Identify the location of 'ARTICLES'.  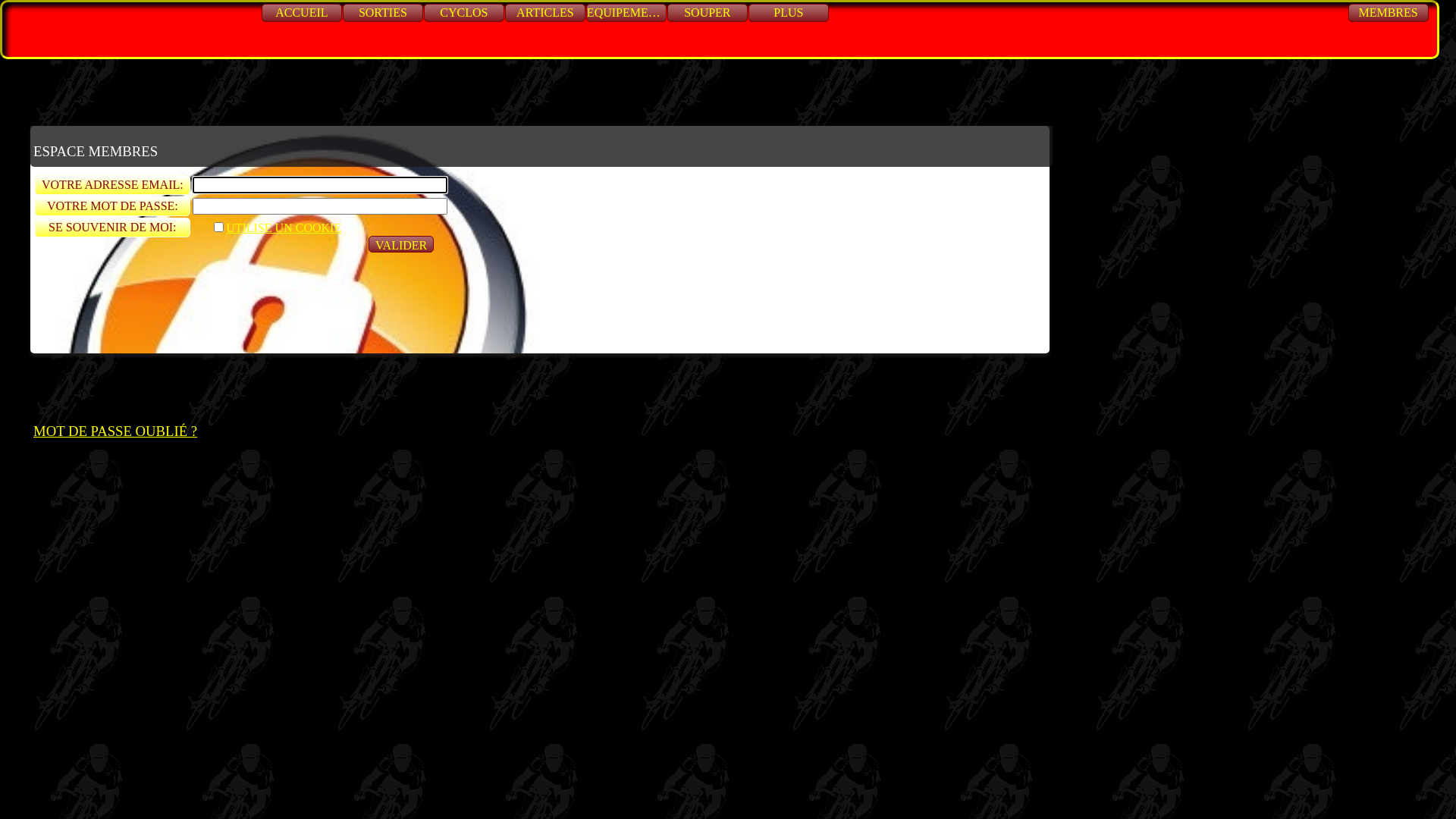
(545, 12).